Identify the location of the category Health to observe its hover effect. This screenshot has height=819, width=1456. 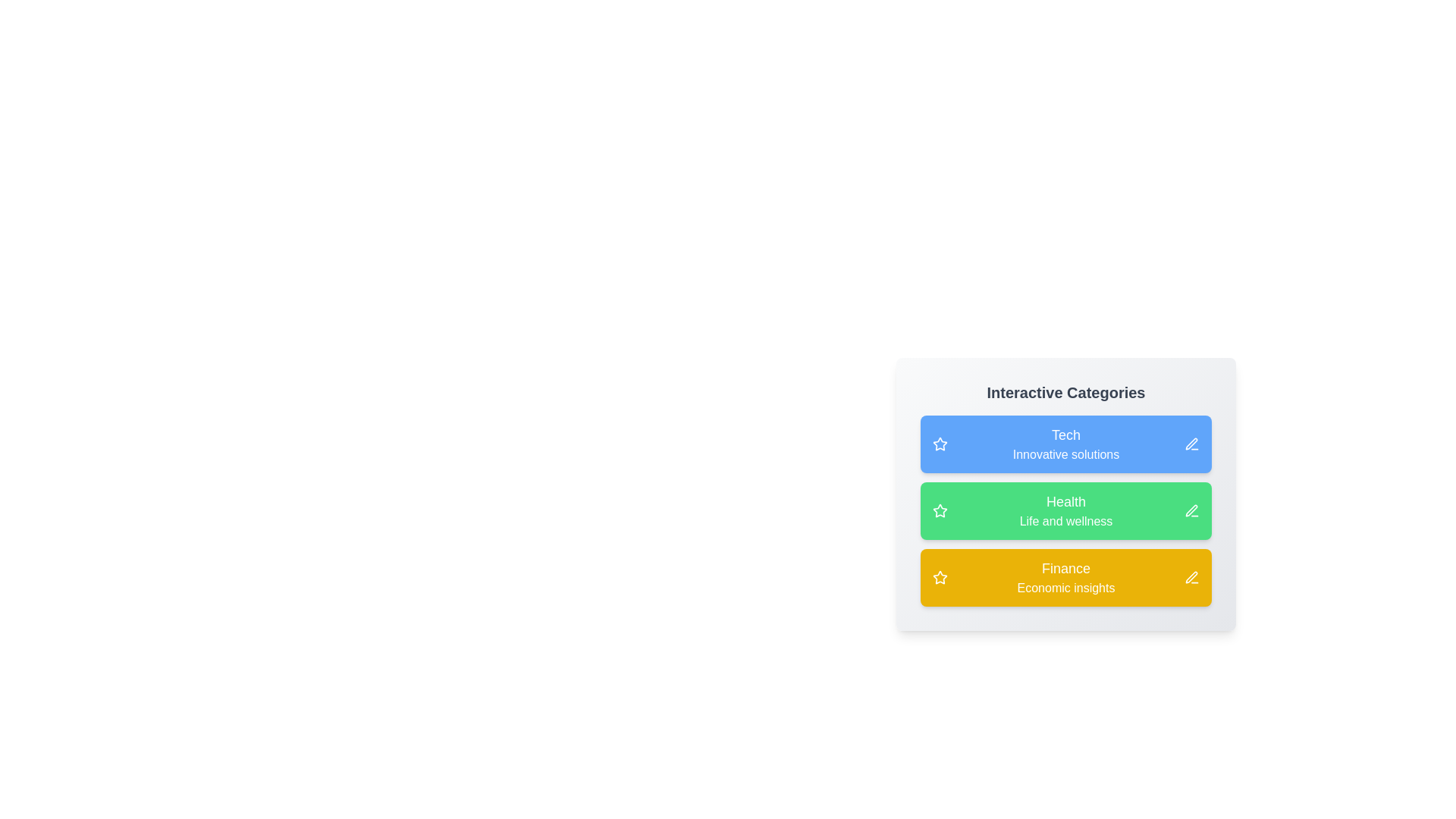
(1065, 511).